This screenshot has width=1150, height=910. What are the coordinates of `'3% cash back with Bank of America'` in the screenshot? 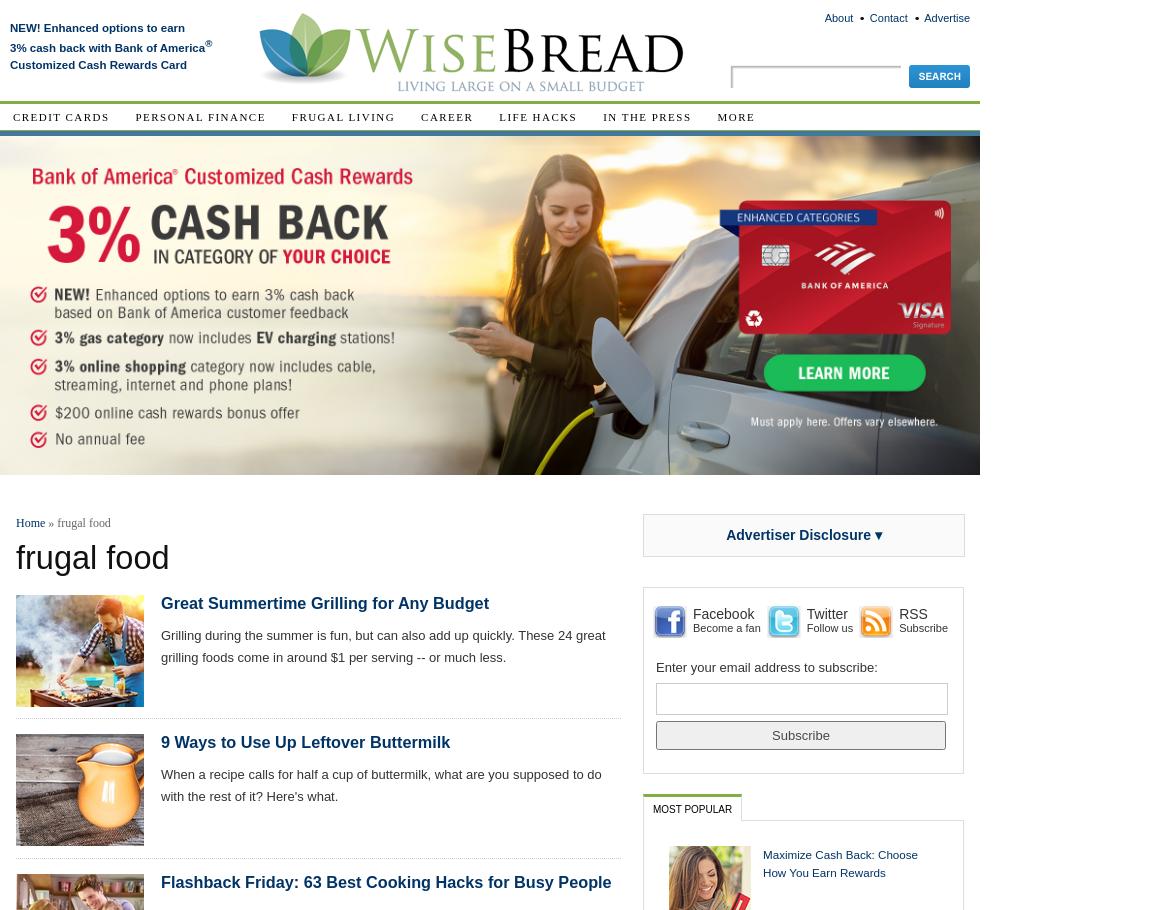 It's located at (106, 47).